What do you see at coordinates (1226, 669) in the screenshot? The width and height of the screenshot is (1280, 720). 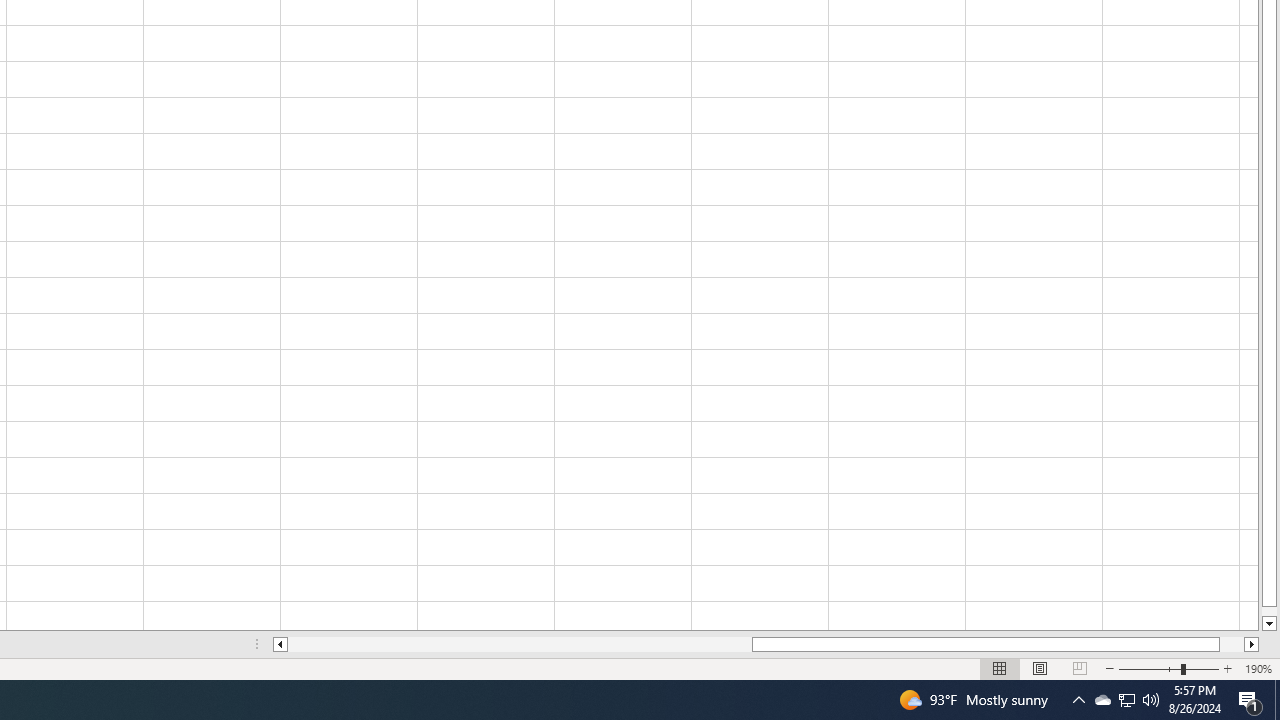 I see `'Zoom In'` at bounding box center [1226, 669].